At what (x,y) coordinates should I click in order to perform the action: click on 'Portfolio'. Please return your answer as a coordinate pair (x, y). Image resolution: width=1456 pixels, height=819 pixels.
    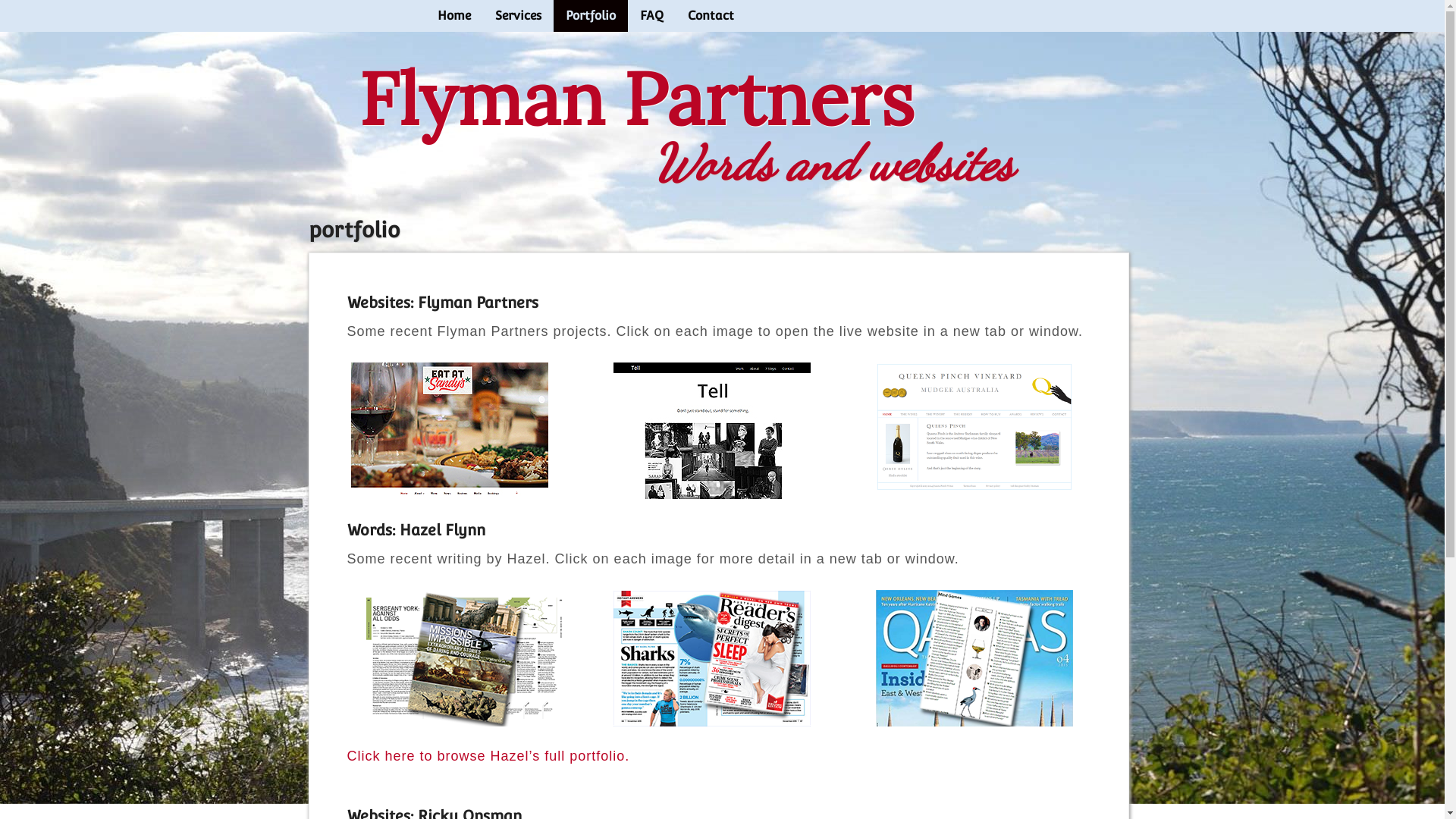
    Looking at the image, I should click on (589, 15).